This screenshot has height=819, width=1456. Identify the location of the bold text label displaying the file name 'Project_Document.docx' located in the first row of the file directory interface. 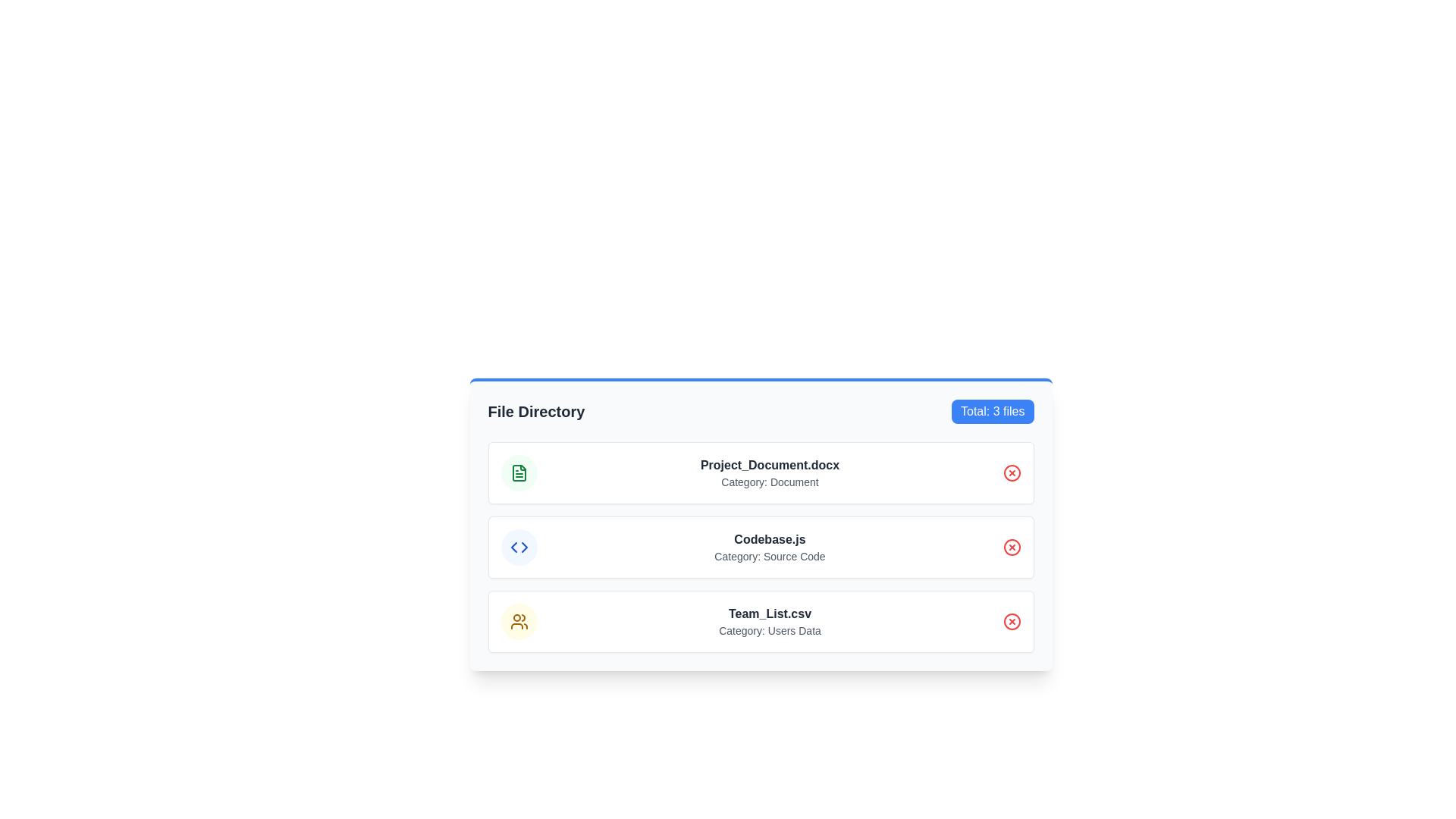
(770, 464).